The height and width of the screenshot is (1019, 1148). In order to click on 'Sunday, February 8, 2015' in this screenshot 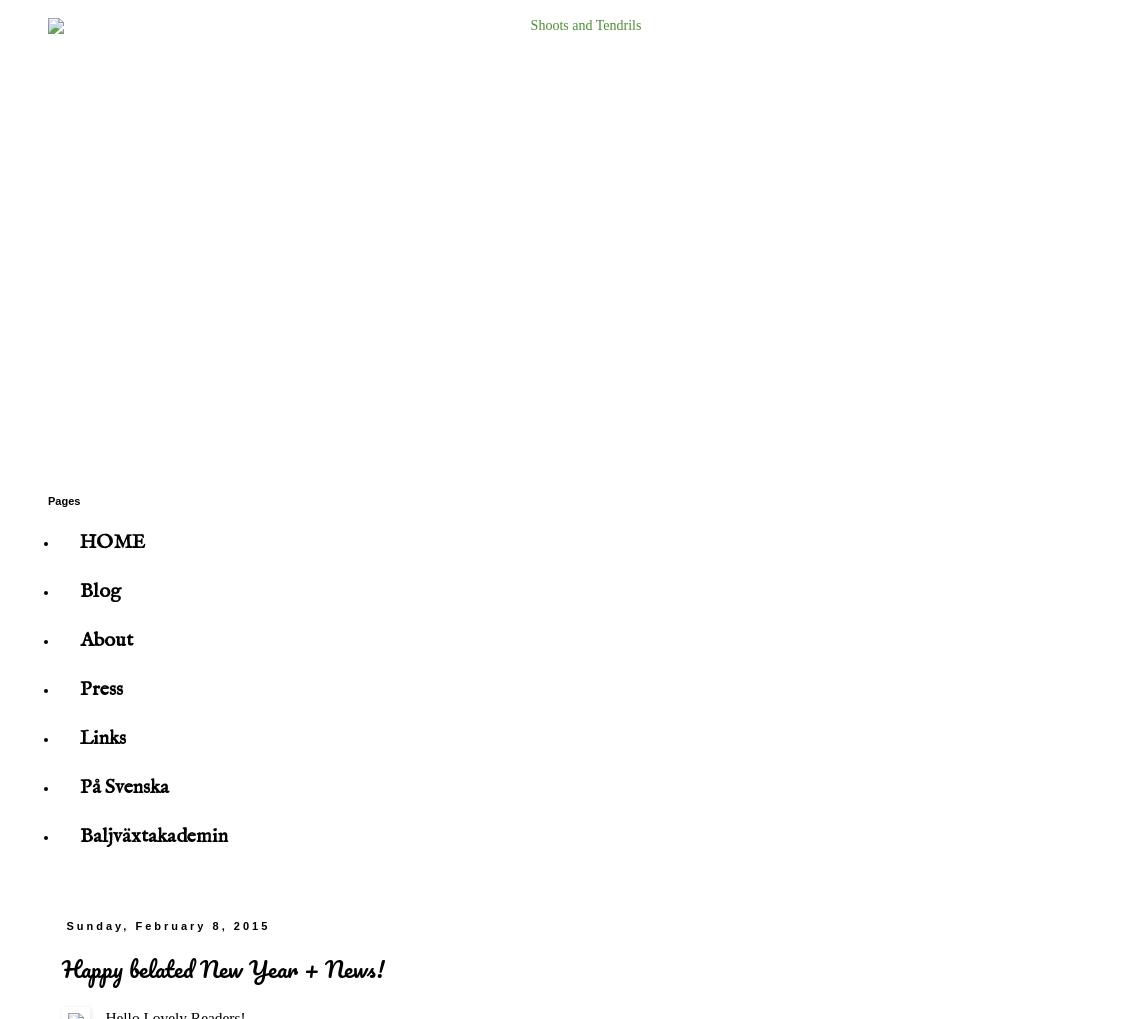, I will do `click(167, 925)`.